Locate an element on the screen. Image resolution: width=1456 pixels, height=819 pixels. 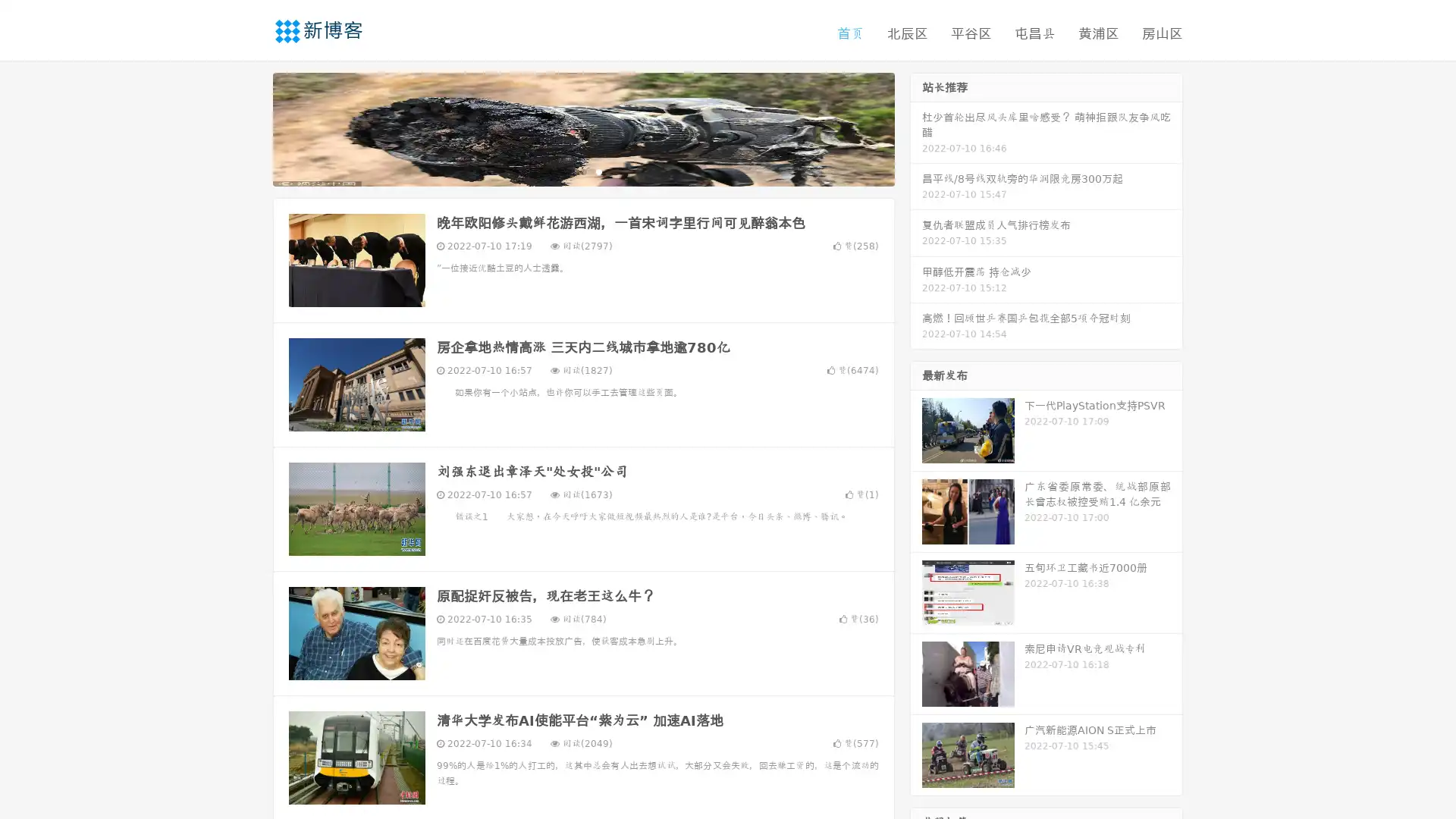
Go to slide 2 is located at coordinates (582, 171).